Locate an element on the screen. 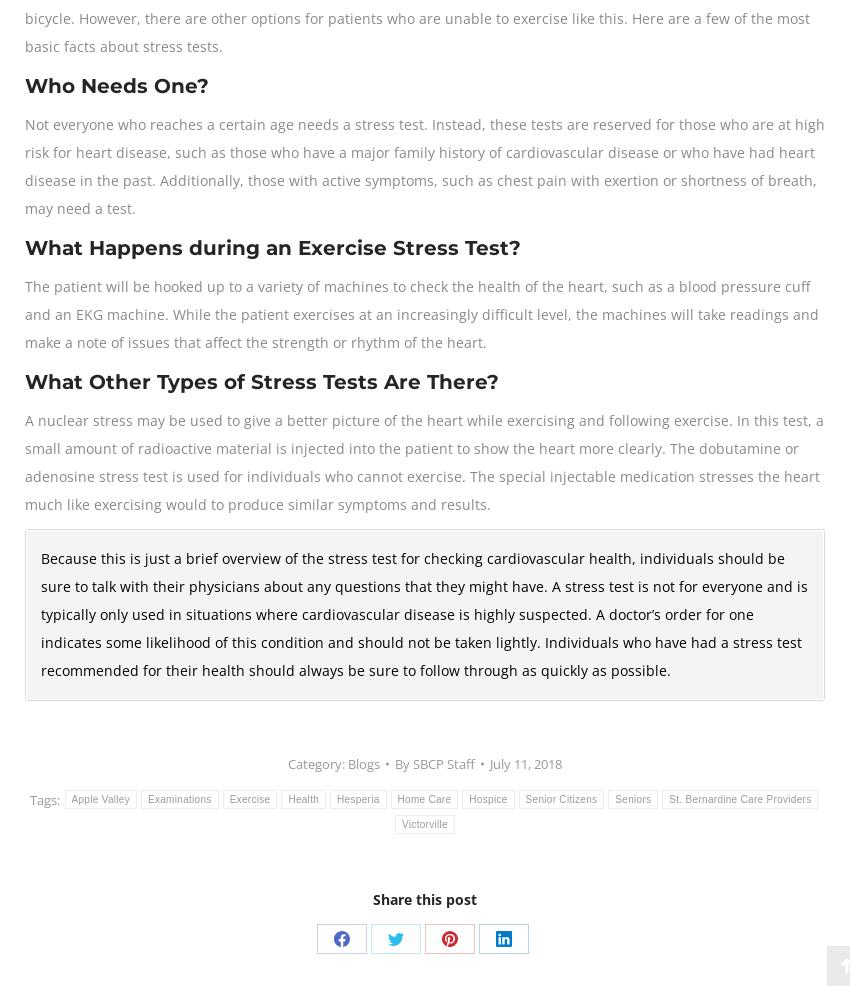  'Blogs' is located at coordinates (362, 763).